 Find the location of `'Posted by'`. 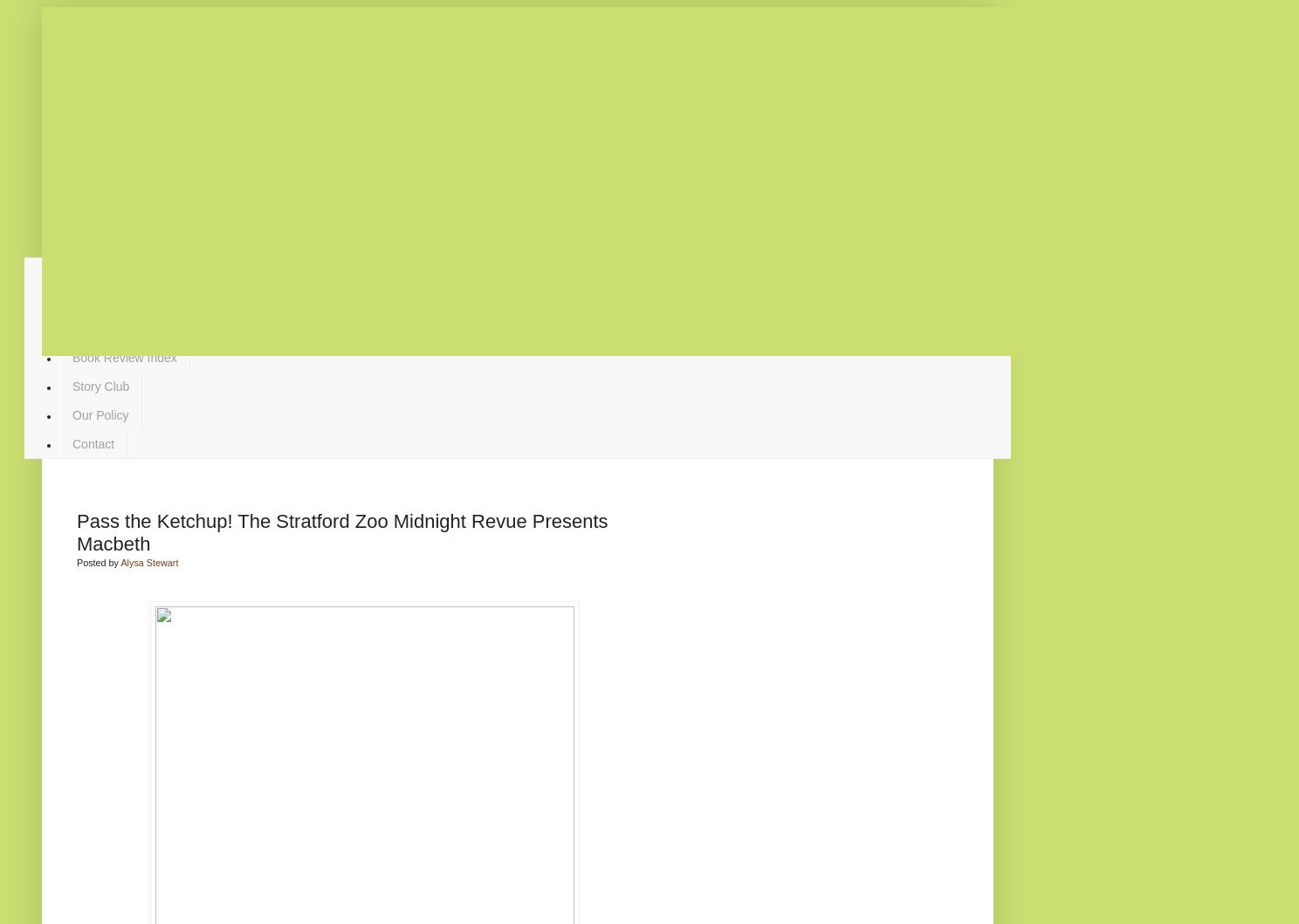

'Posted by' is located at coordinates (97, 561).